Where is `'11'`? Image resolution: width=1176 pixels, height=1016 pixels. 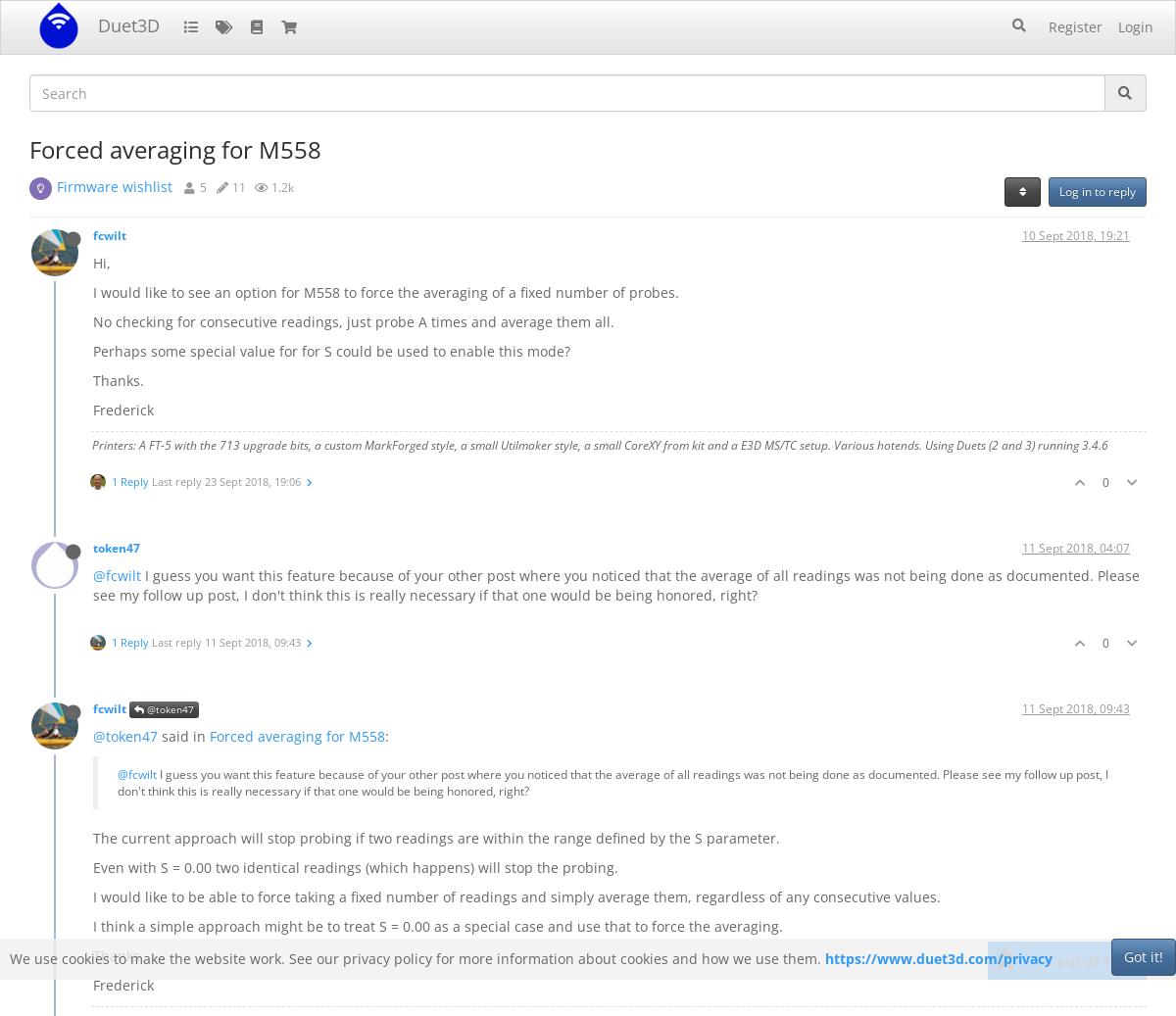 '11' is located at coordinates (237, 186).